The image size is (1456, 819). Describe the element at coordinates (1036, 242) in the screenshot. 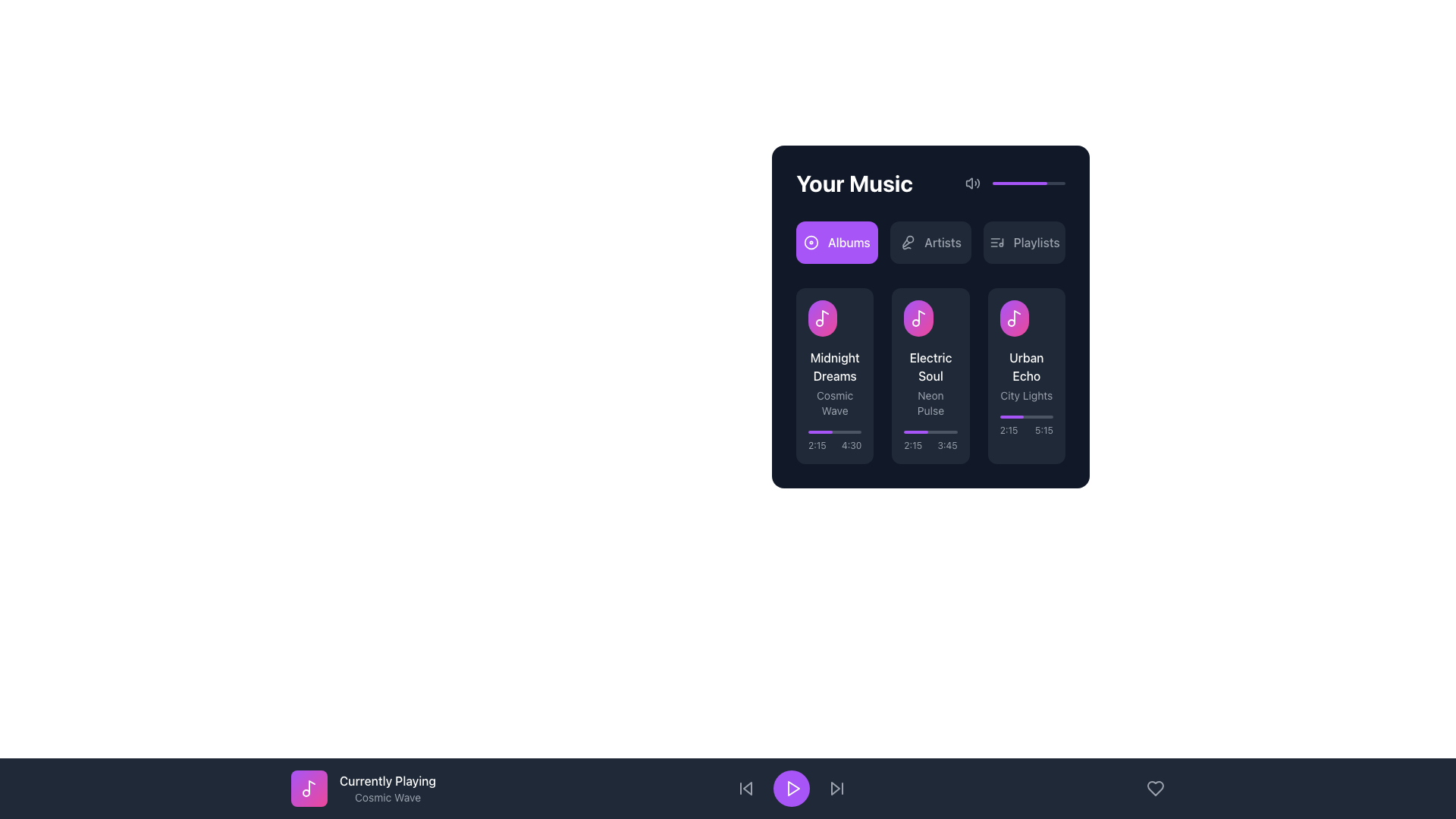

I see `the 'Playlists' navigation tab, which is styled with light gray text on a dark gray background, located in the horizontal navigation menu of the 'Your Music' section` at that location.